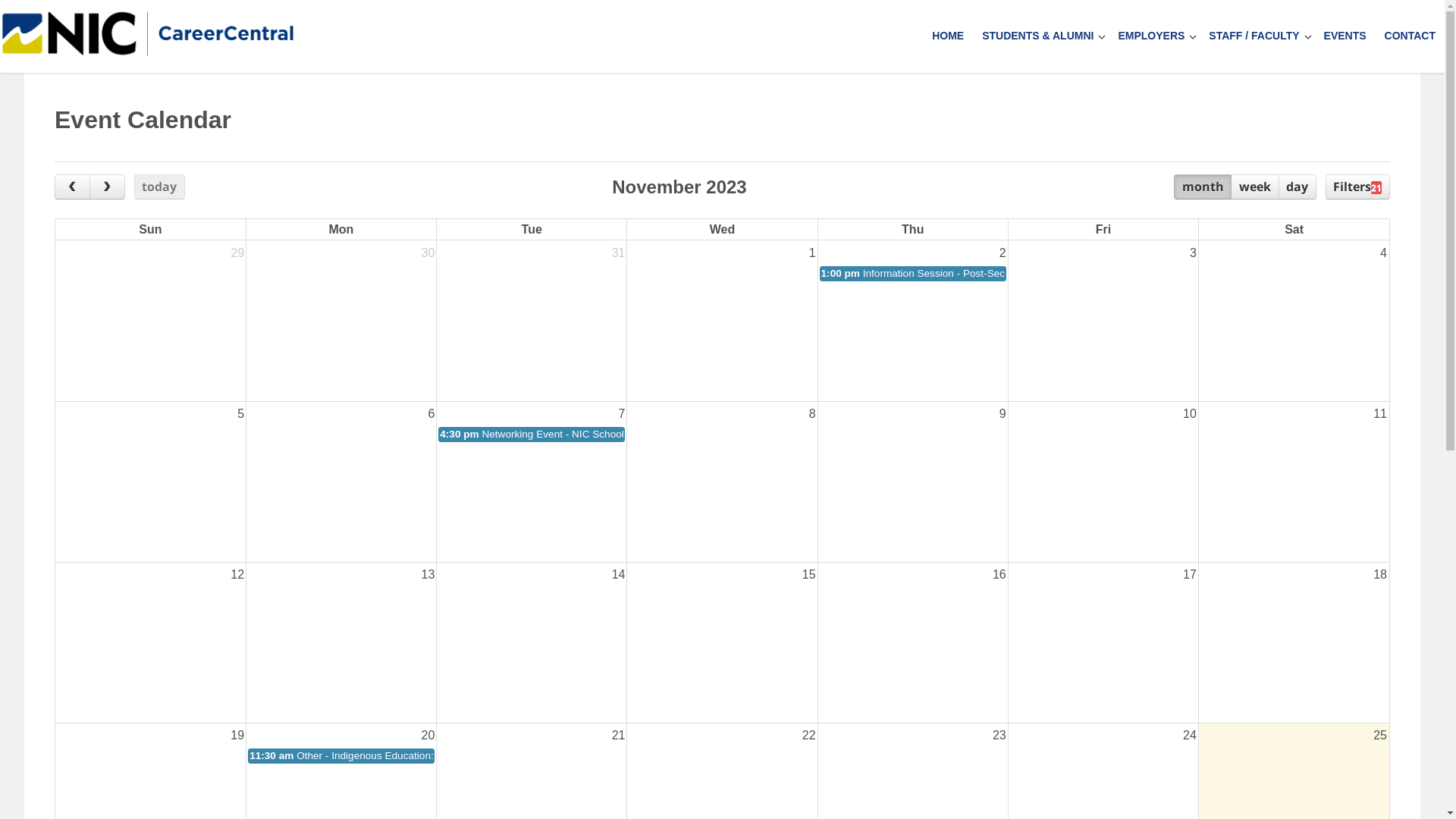 The width and height of the screenshot is (1456, 819). Describe the element at coordinates (159, 186) in the screenshot. I see `'today'` at that location.